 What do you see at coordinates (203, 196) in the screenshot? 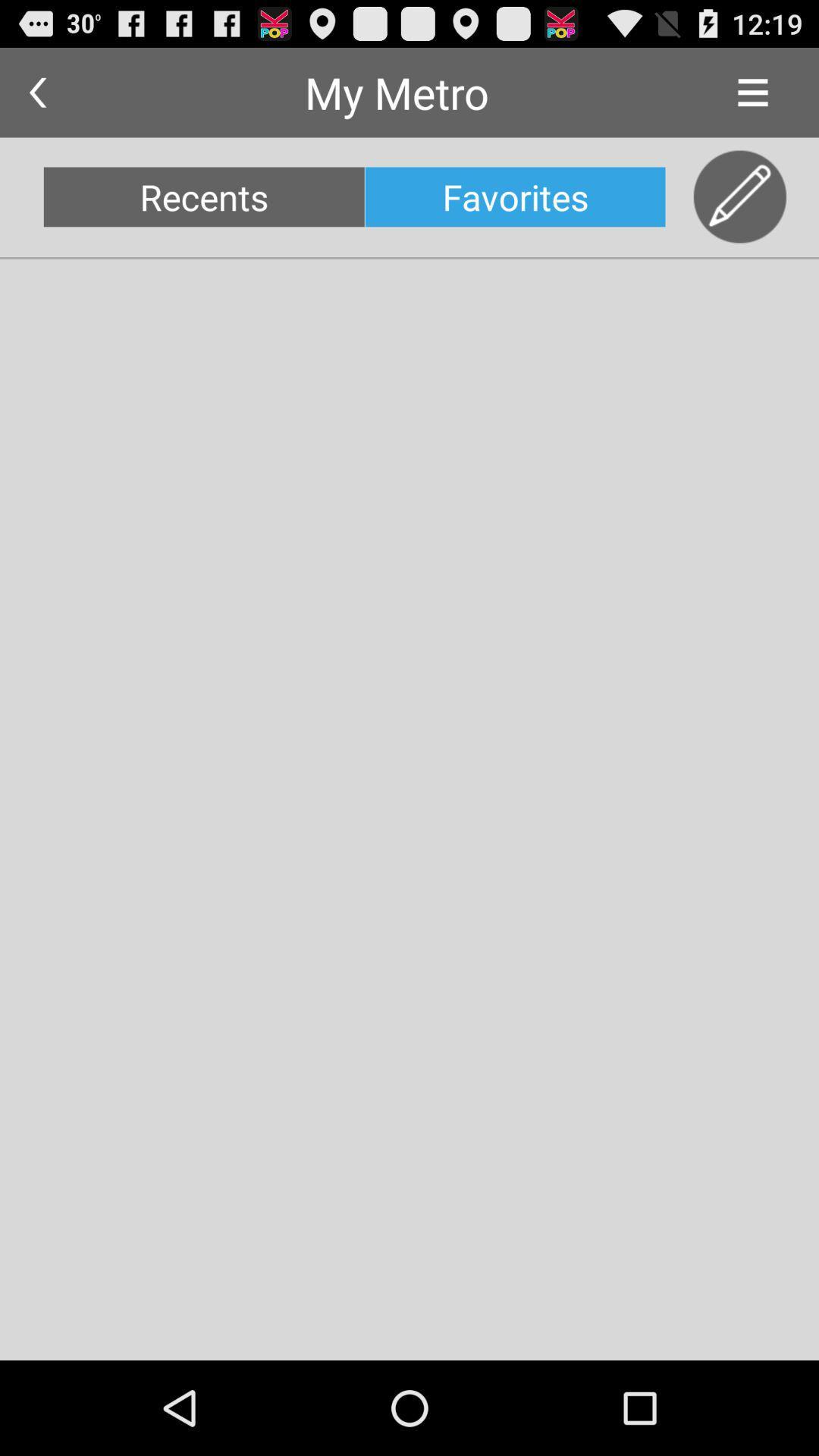
I see `recents item` at bounding box center [203, 196].